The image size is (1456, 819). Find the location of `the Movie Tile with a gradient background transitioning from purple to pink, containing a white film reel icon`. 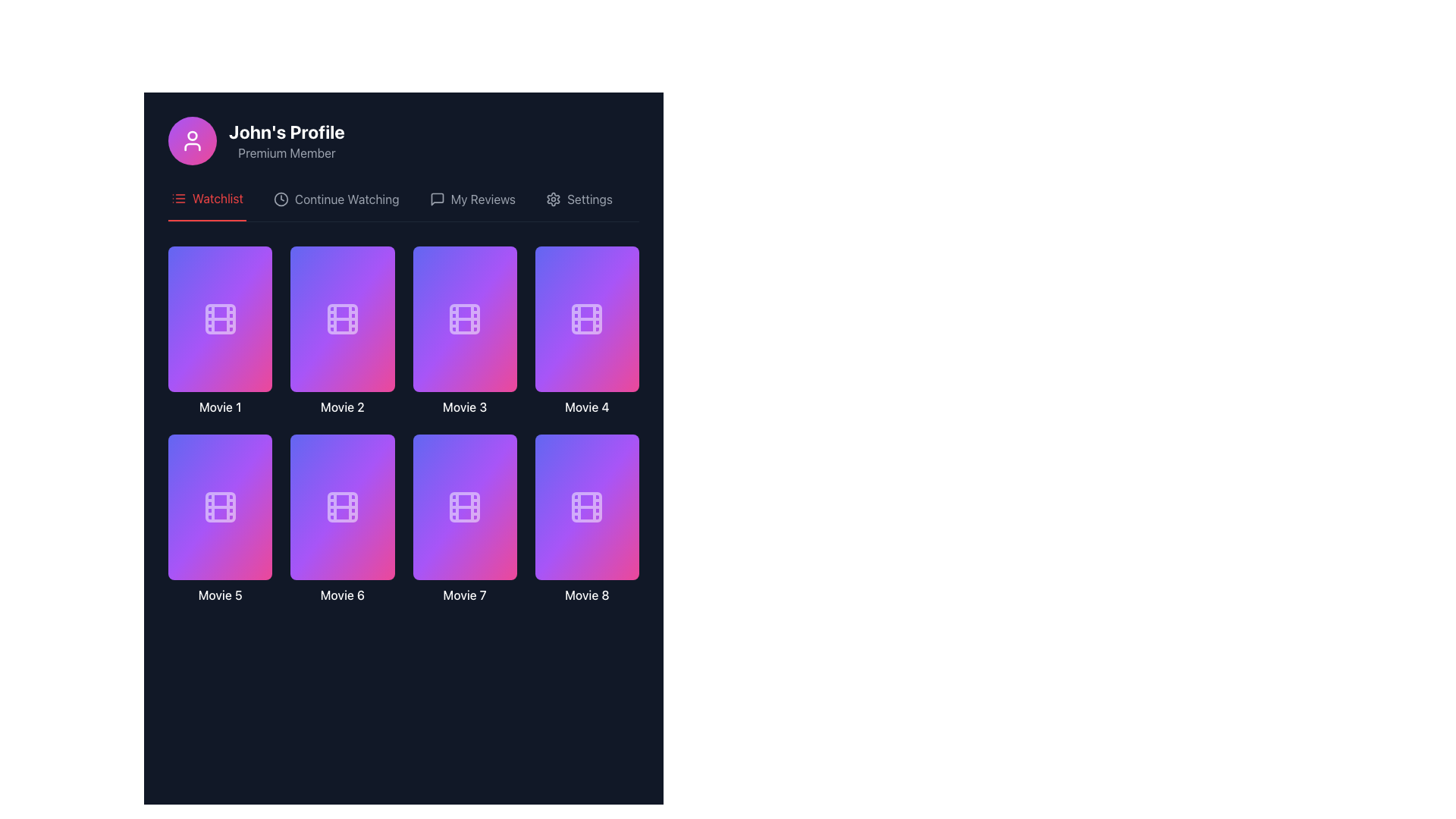

the Movie Tile with a gradient background transitioning from purple to pink, containing a white film reel icon is located at coordinates (219, 330).